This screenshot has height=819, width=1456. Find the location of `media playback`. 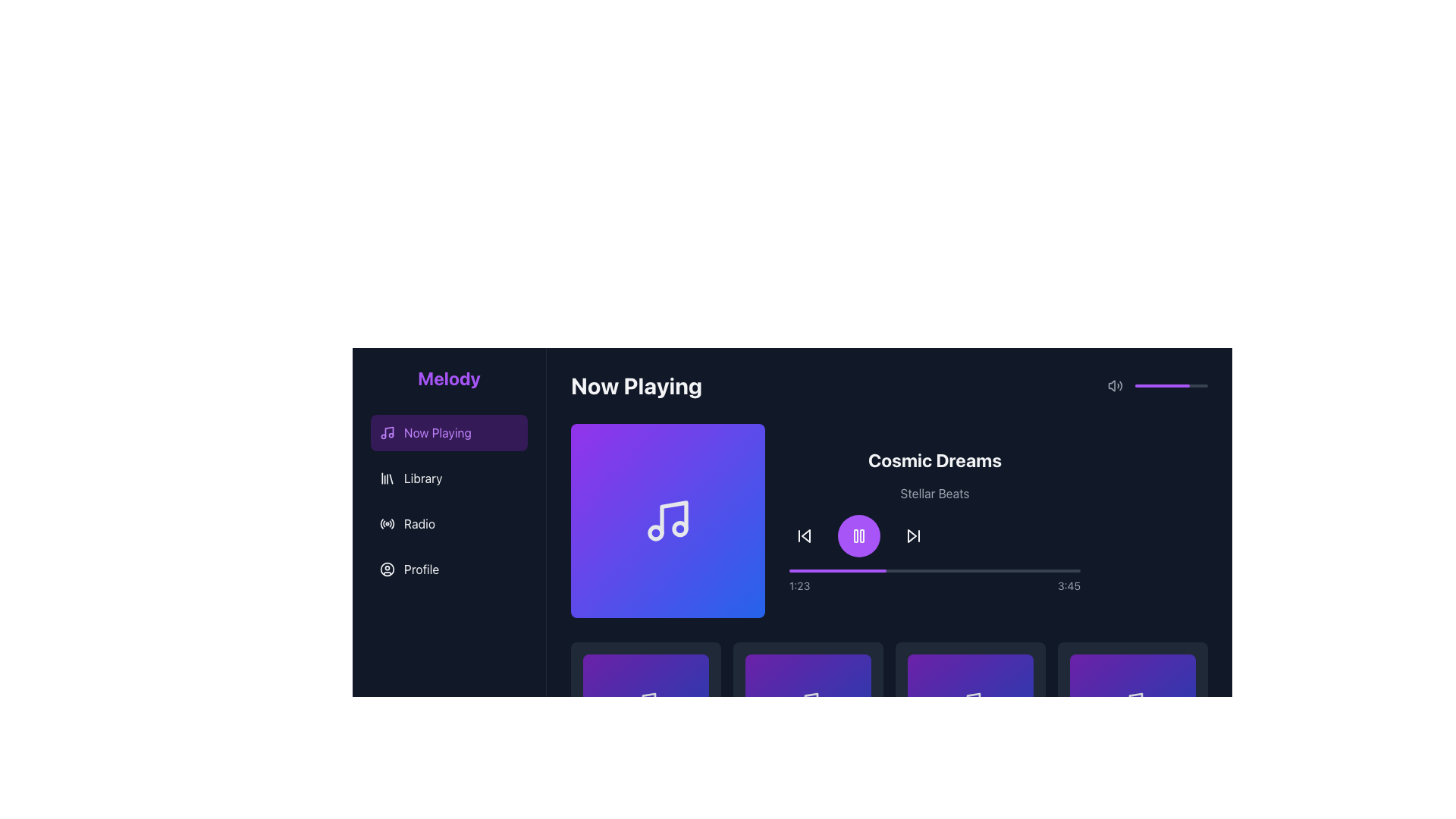

media playback is located at coordinates (1001, 570).